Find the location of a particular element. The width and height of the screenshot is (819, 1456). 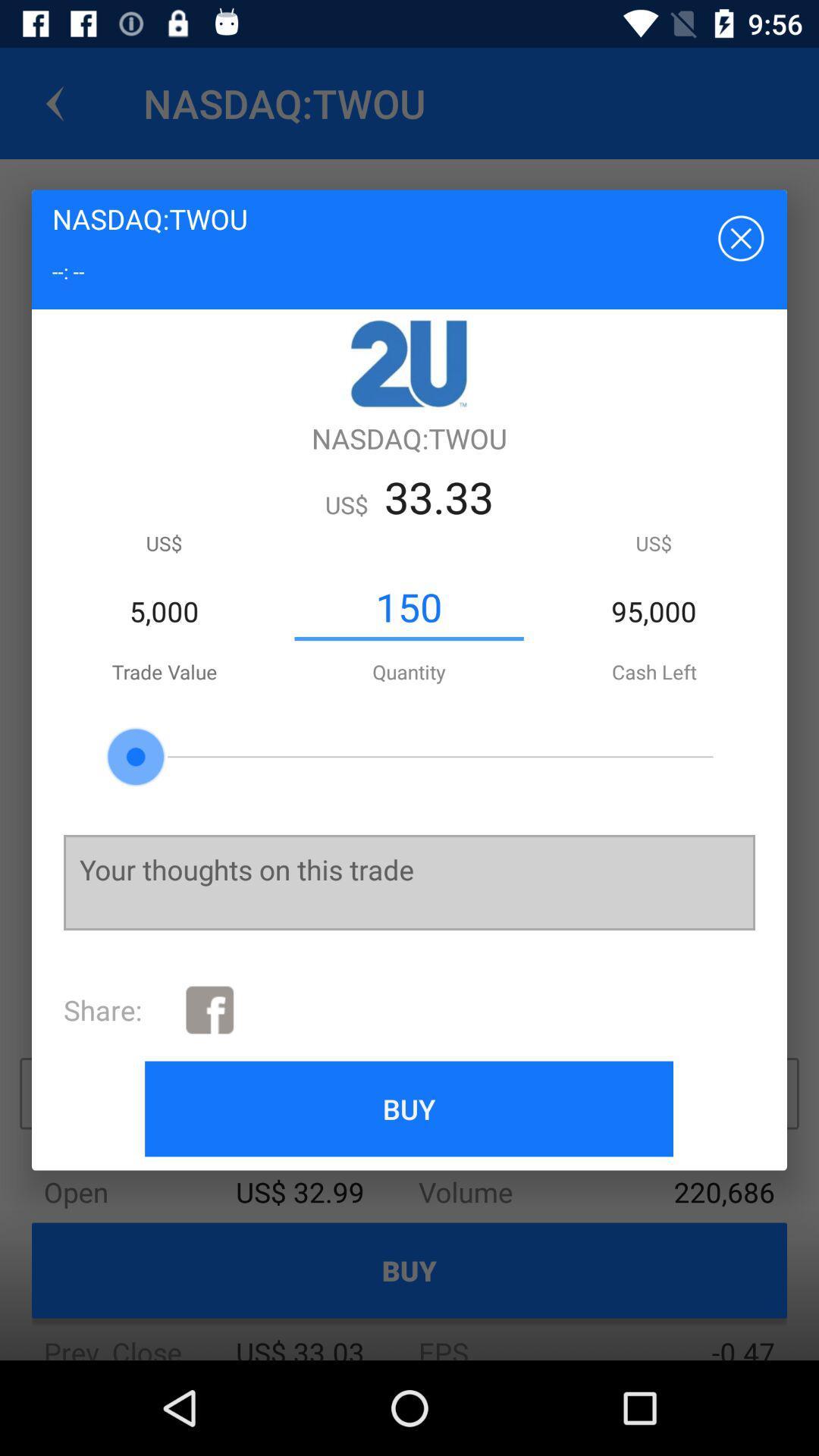

item at the top right corner is located at coordinates (739, 237).